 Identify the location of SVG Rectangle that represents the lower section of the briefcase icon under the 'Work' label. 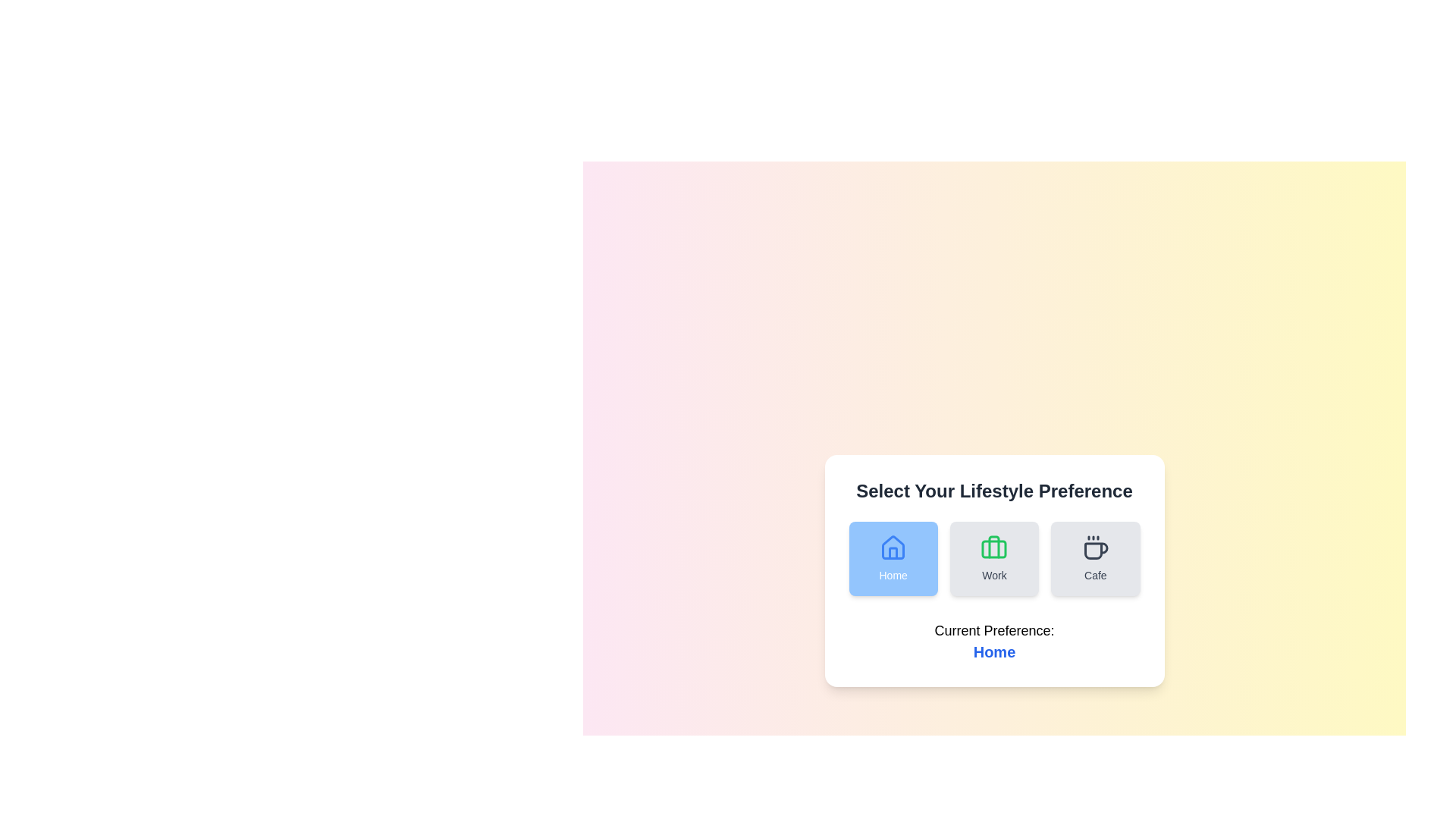
(994, 549).